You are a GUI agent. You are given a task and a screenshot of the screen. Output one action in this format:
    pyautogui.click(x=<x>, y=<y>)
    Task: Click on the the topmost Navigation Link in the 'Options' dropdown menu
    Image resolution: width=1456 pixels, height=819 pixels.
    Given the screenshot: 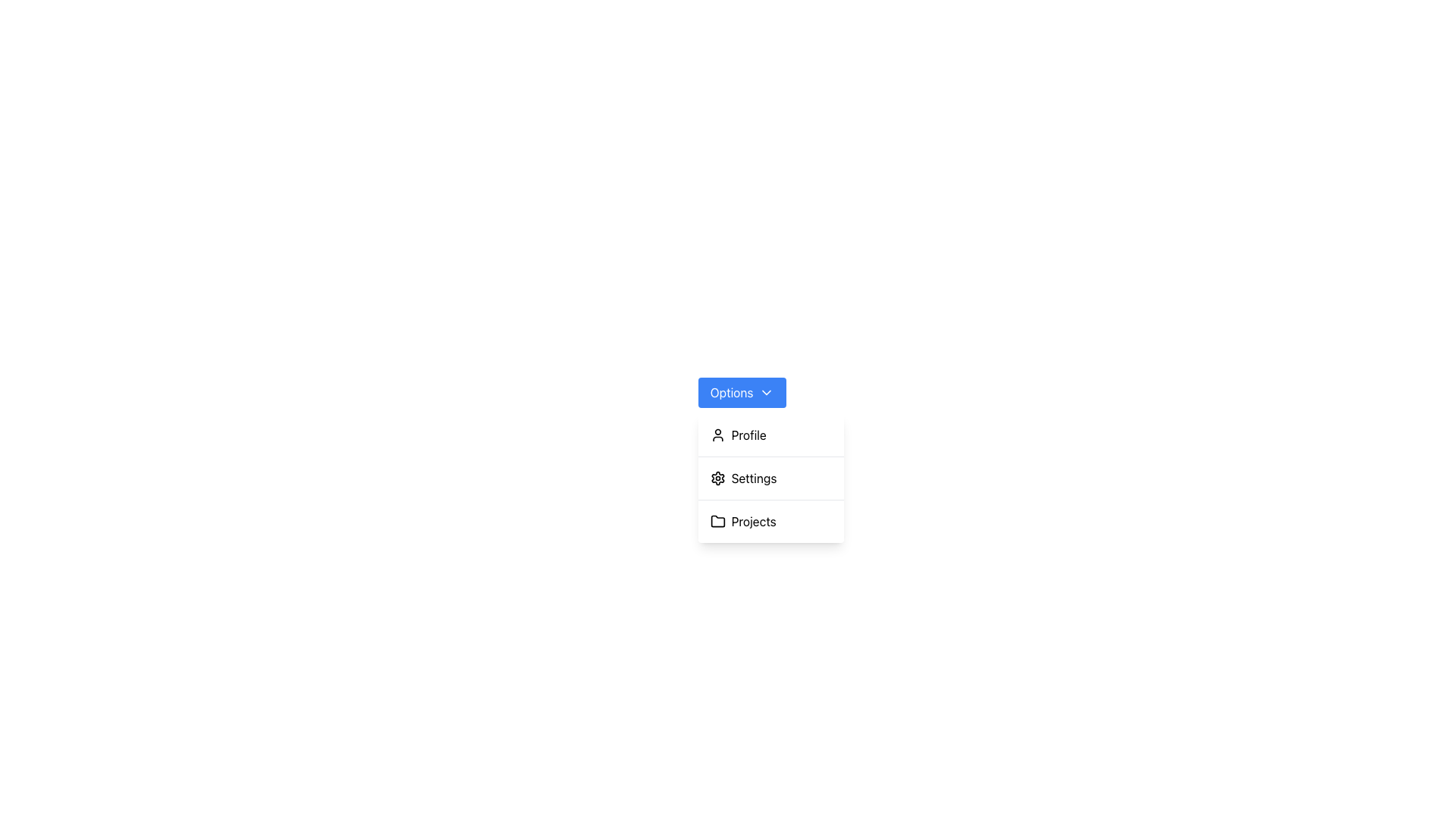 What is the action you would take?
    pyautogui.click(x=770, y=435)
    